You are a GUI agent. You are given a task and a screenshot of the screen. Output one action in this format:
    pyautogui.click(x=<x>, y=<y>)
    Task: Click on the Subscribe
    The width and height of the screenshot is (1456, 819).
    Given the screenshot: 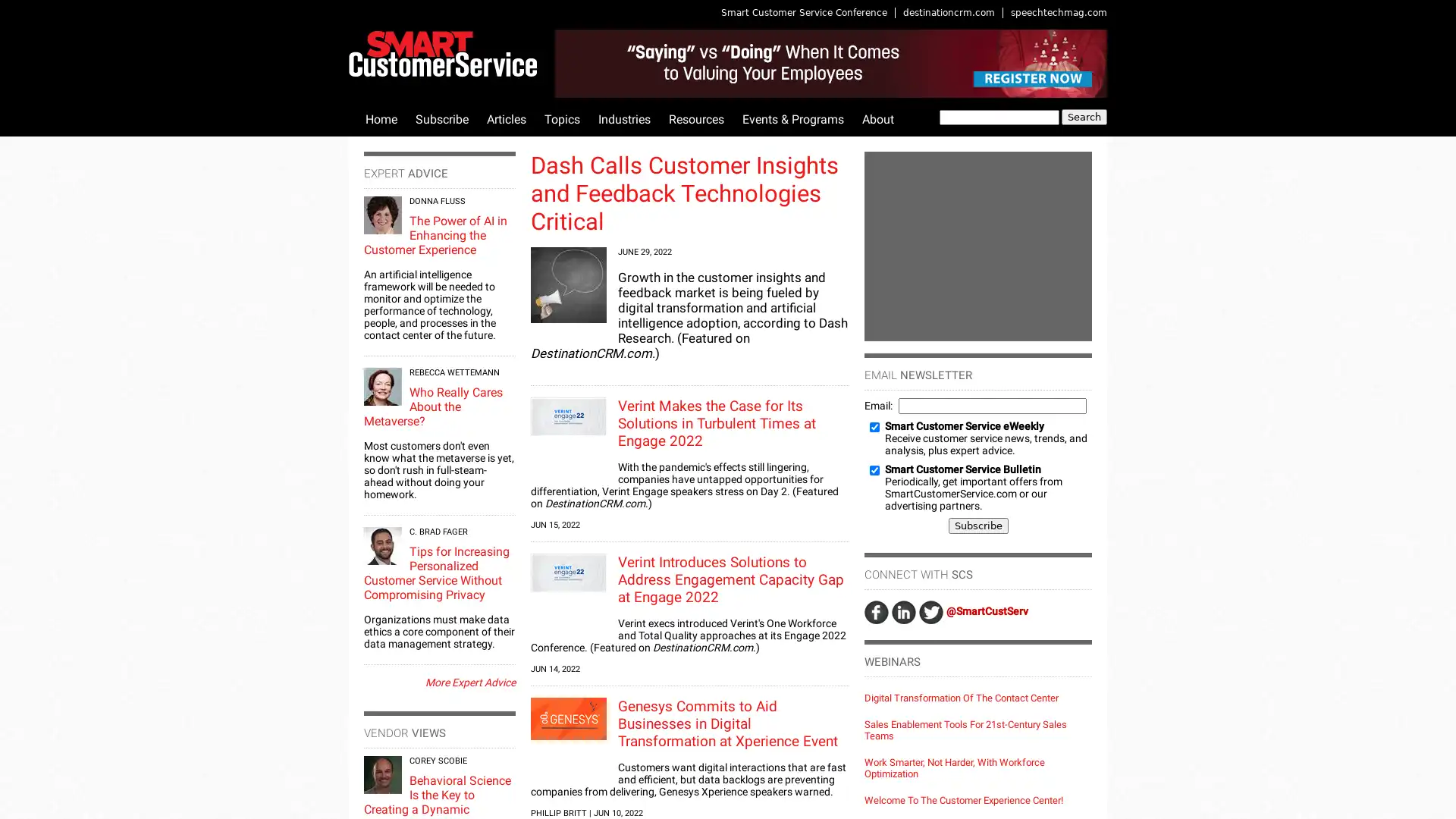 What is the action you would take?
    pyautogui.click(x=977, y=525)
    